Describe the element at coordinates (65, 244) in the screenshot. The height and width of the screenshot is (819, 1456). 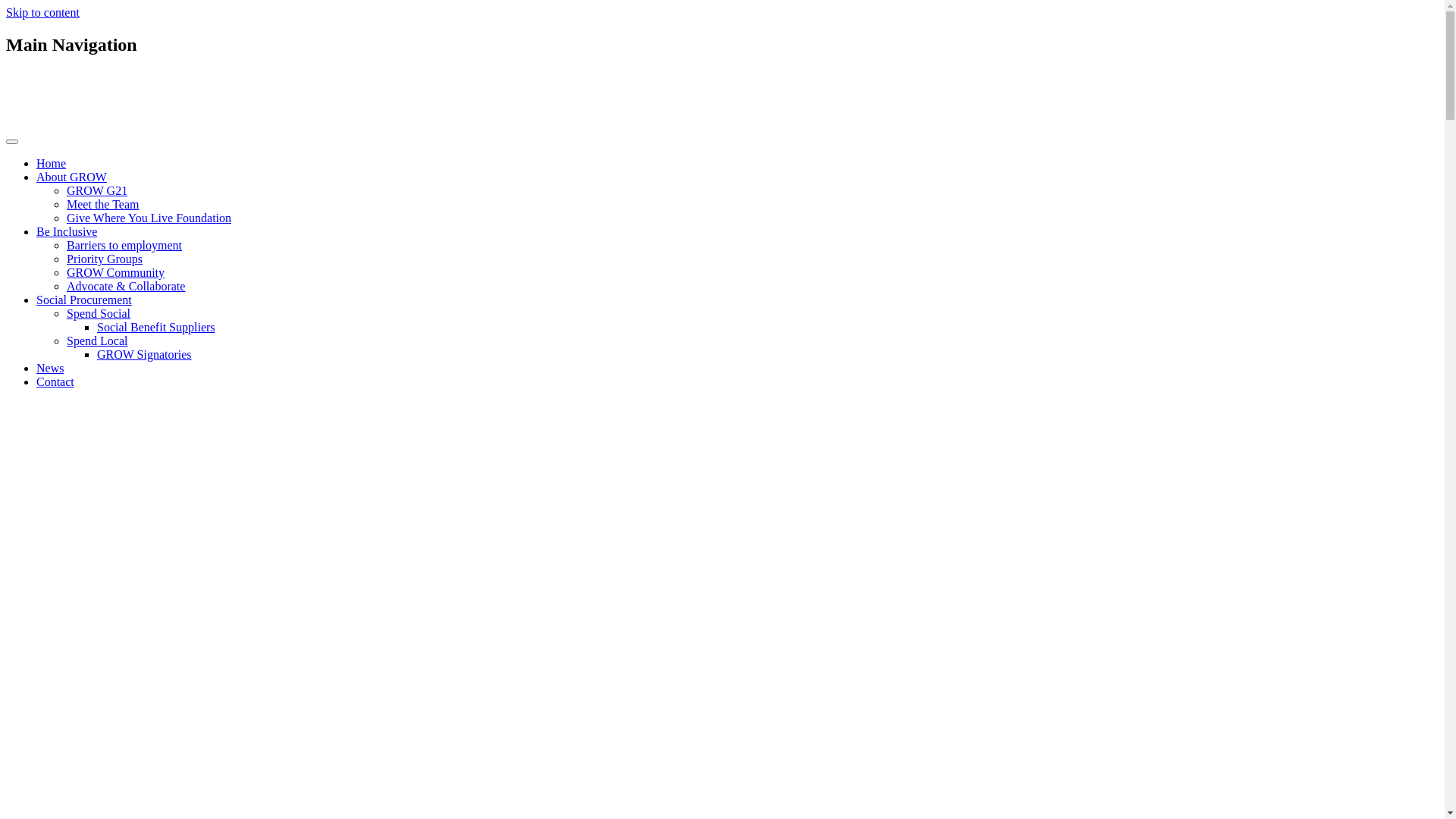
I see `'Barriers to employment'` at that location.